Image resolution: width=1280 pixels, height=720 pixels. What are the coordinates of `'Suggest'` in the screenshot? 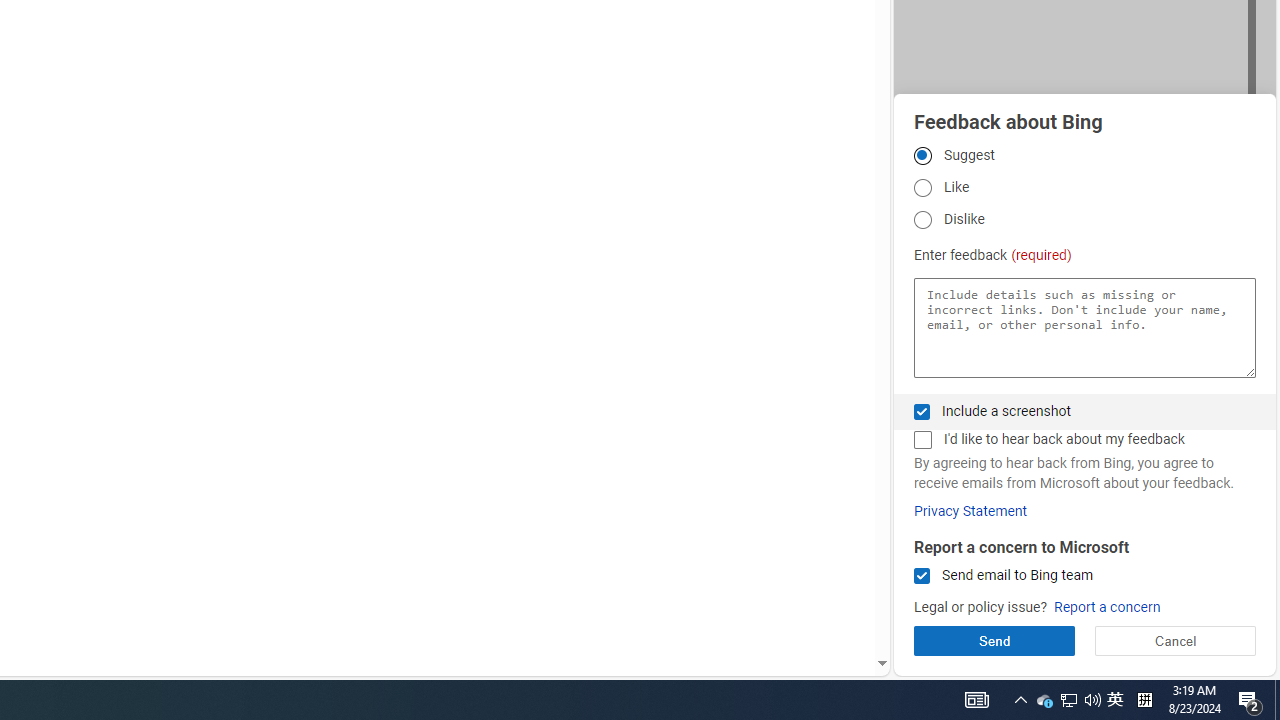 It's located at (921, 154).